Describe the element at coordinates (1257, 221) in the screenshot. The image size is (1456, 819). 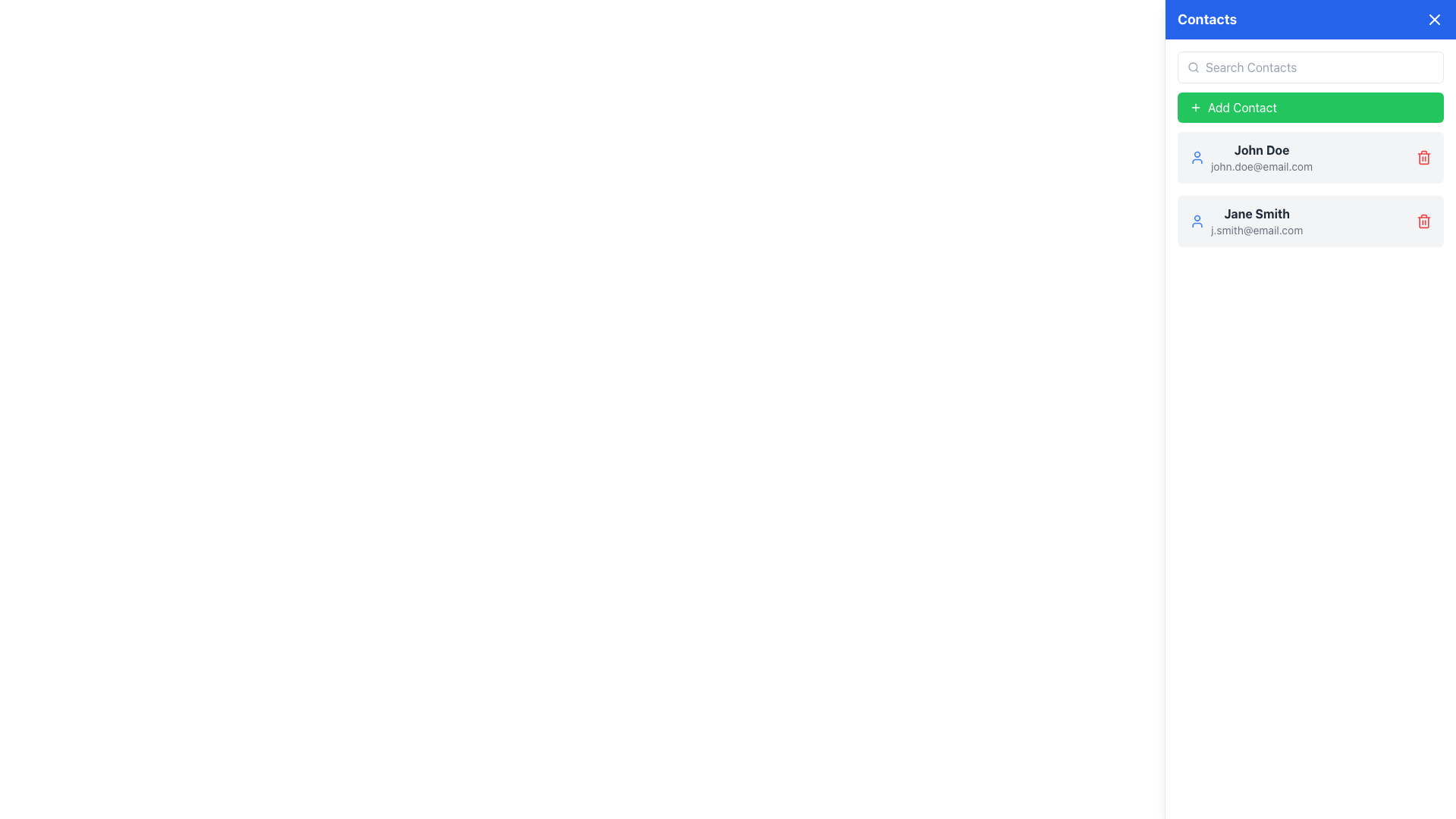
I see `contact information displayed for 'Jane Smith', which includes the name and email address in the second contact card of the UI, located below the card for 'John Doe'` at that location.